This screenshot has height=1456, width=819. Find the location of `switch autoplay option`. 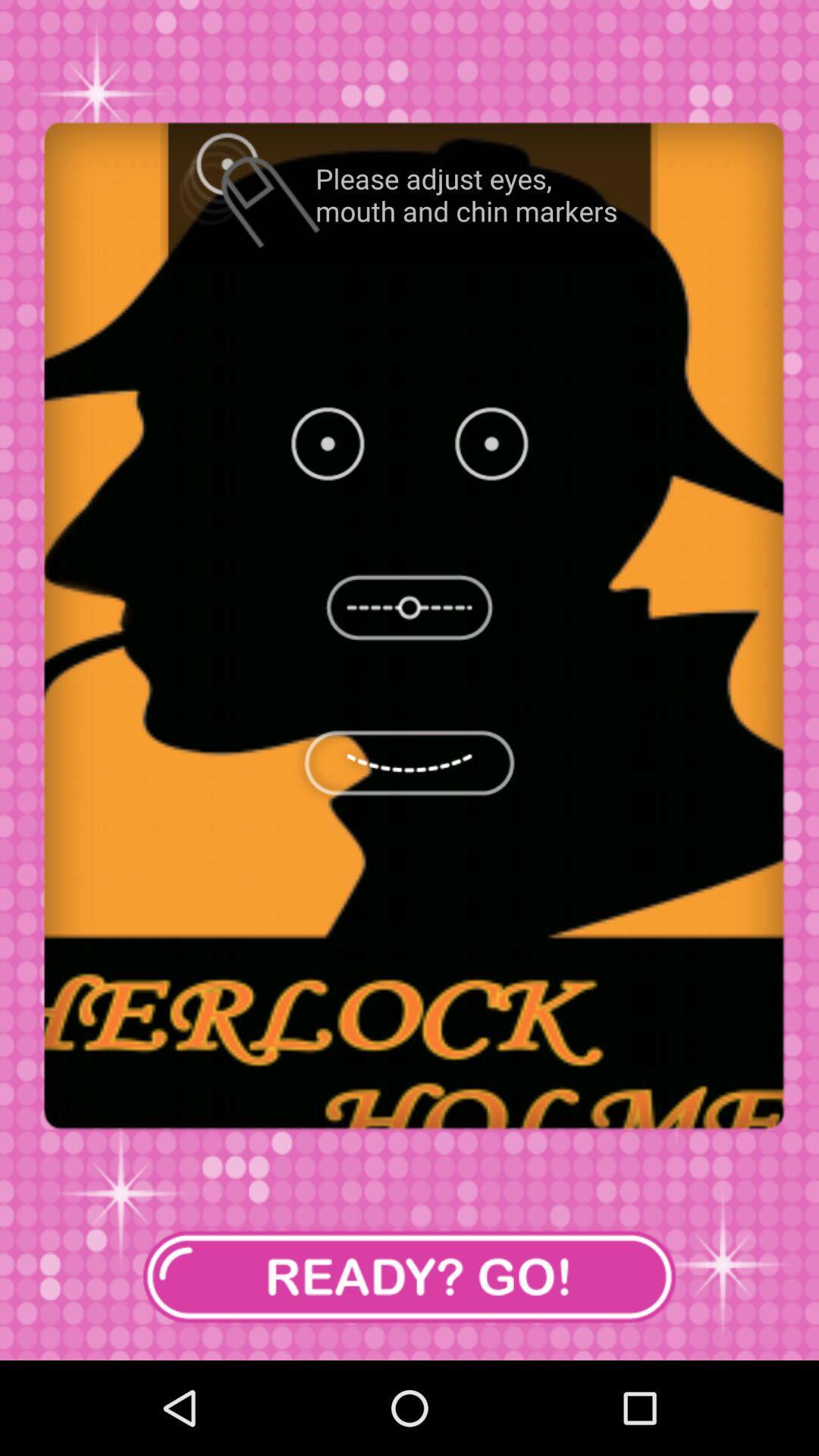

switch autoplay option is located at coordinates (409, 1276).